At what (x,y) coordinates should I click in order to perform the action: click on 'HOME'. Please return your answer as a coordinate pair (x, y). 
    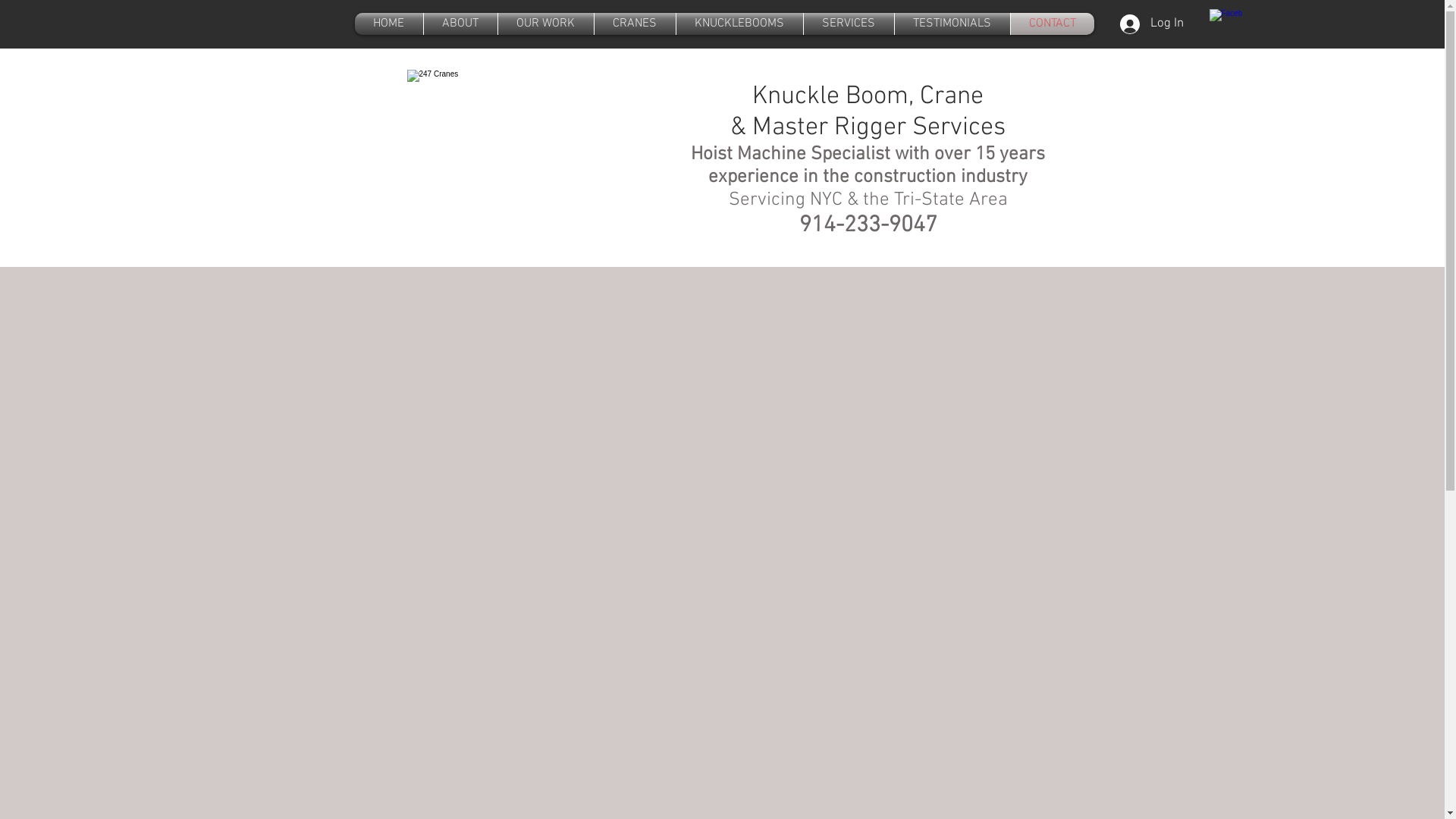
    Looking at the image, I should click on (389, 24).